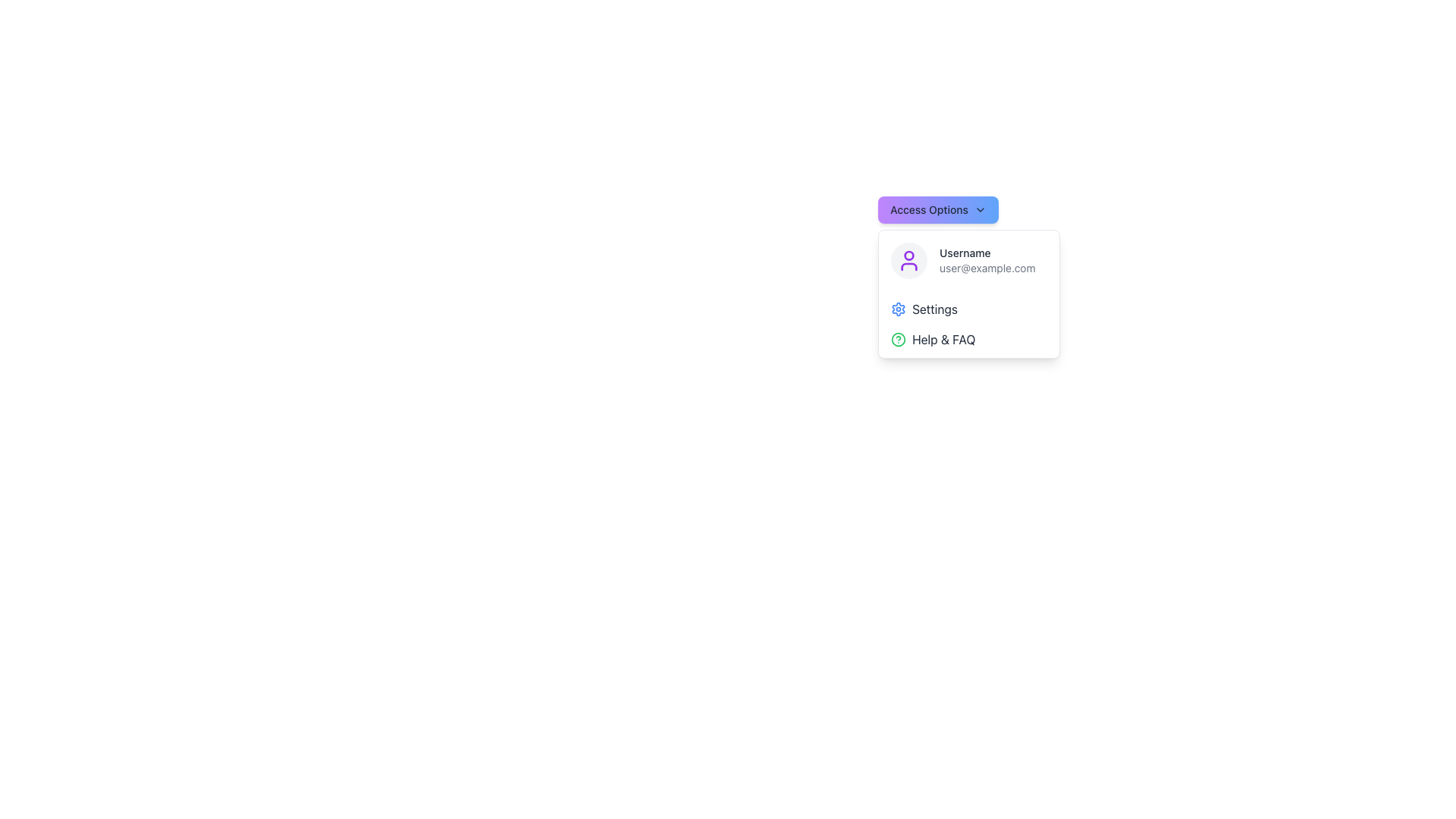  I want to click on the SVG Circle Element that represents the user's profile or avatar located next to the 'Username' label in the user menu panel on the right side of the interface, so click(909, 255).